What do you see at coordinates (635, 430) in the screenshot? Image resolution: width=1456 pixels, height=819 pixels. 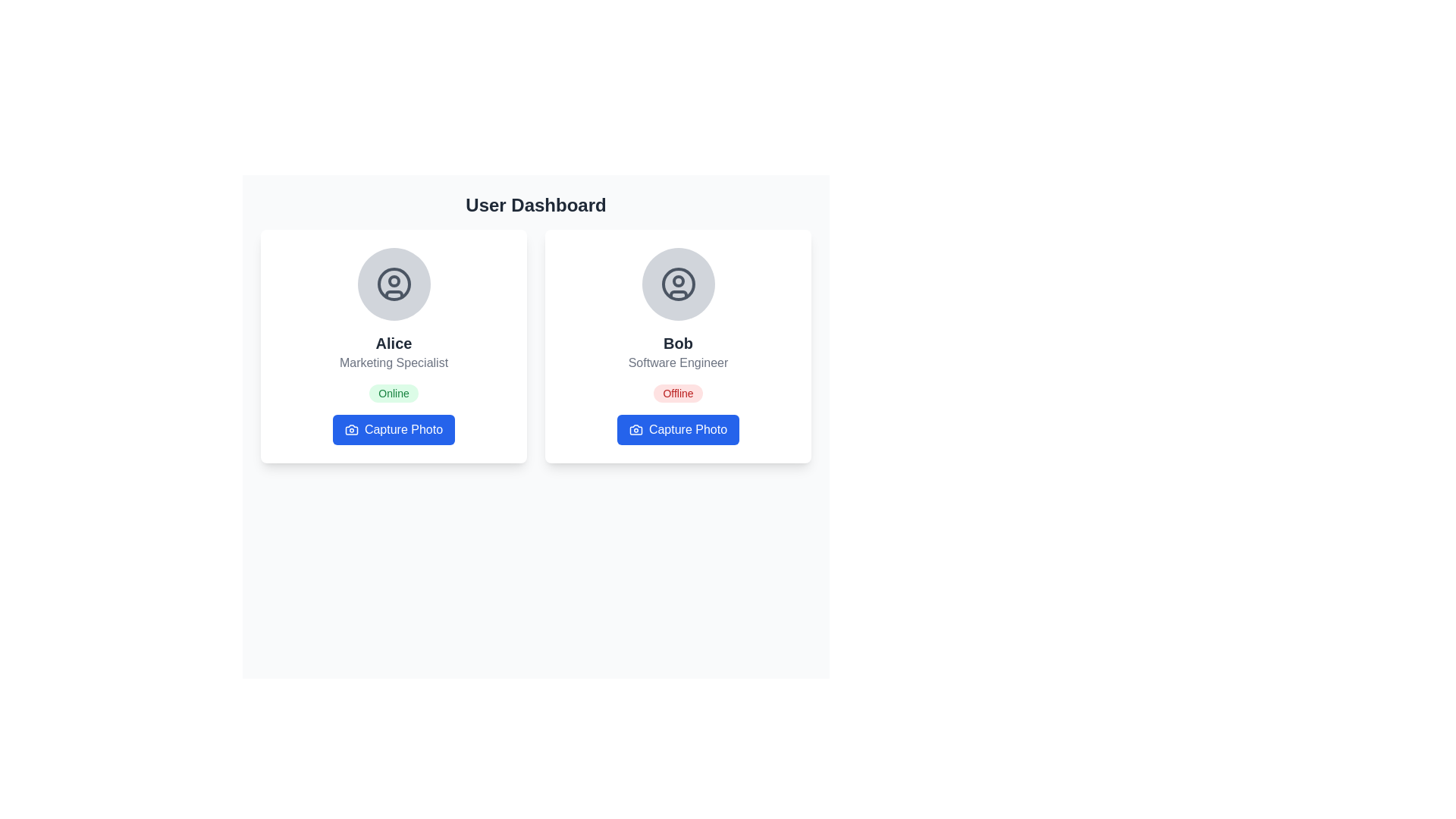 I see `the camera icon within the 'Capture Photo' button, which is located on the right side of the 'Bob Software Engineer' card` at bounding box center [635, 430].